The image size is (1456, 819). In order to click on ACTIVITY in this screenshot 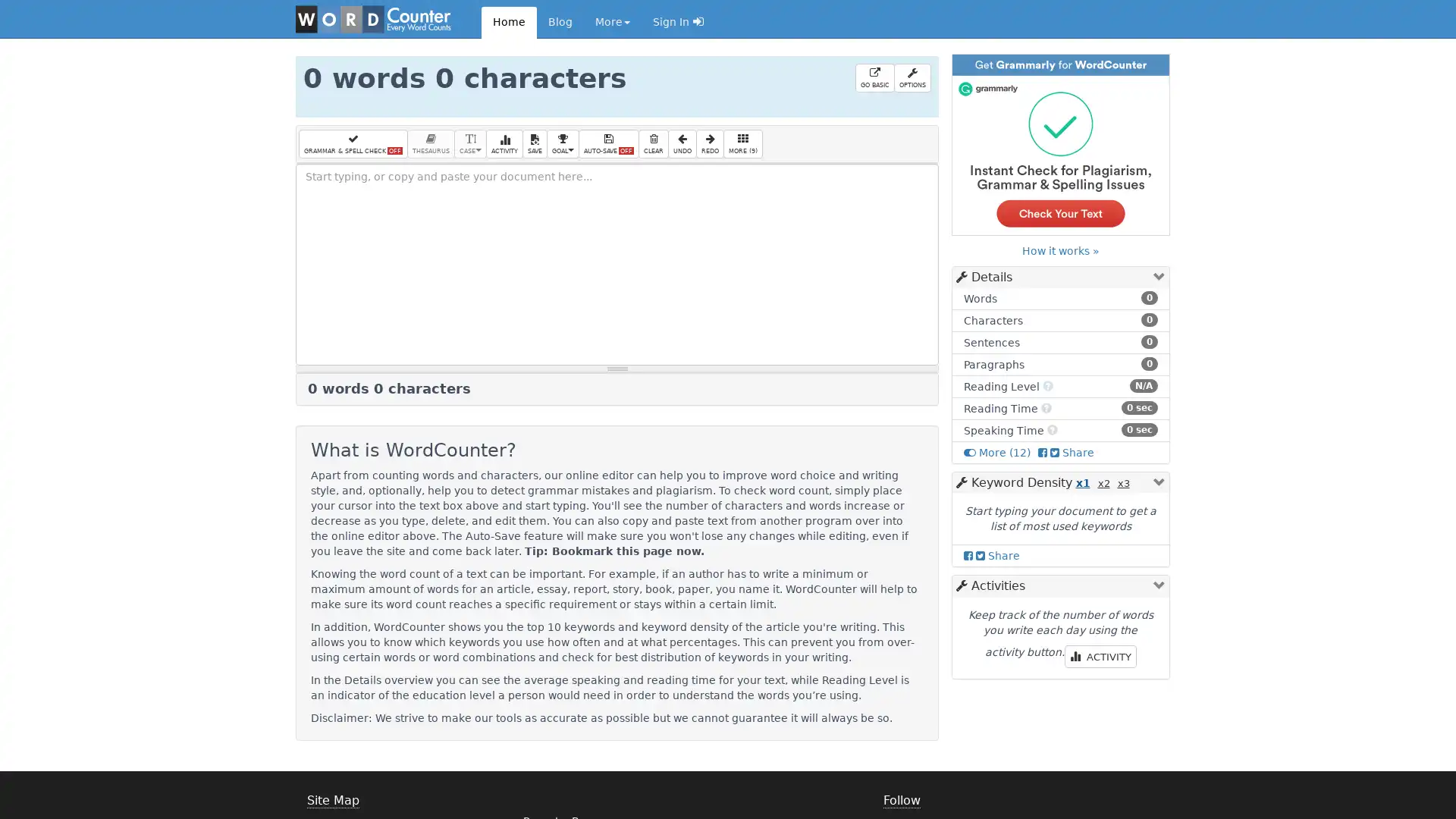, I will do `click(1100, 656)`.